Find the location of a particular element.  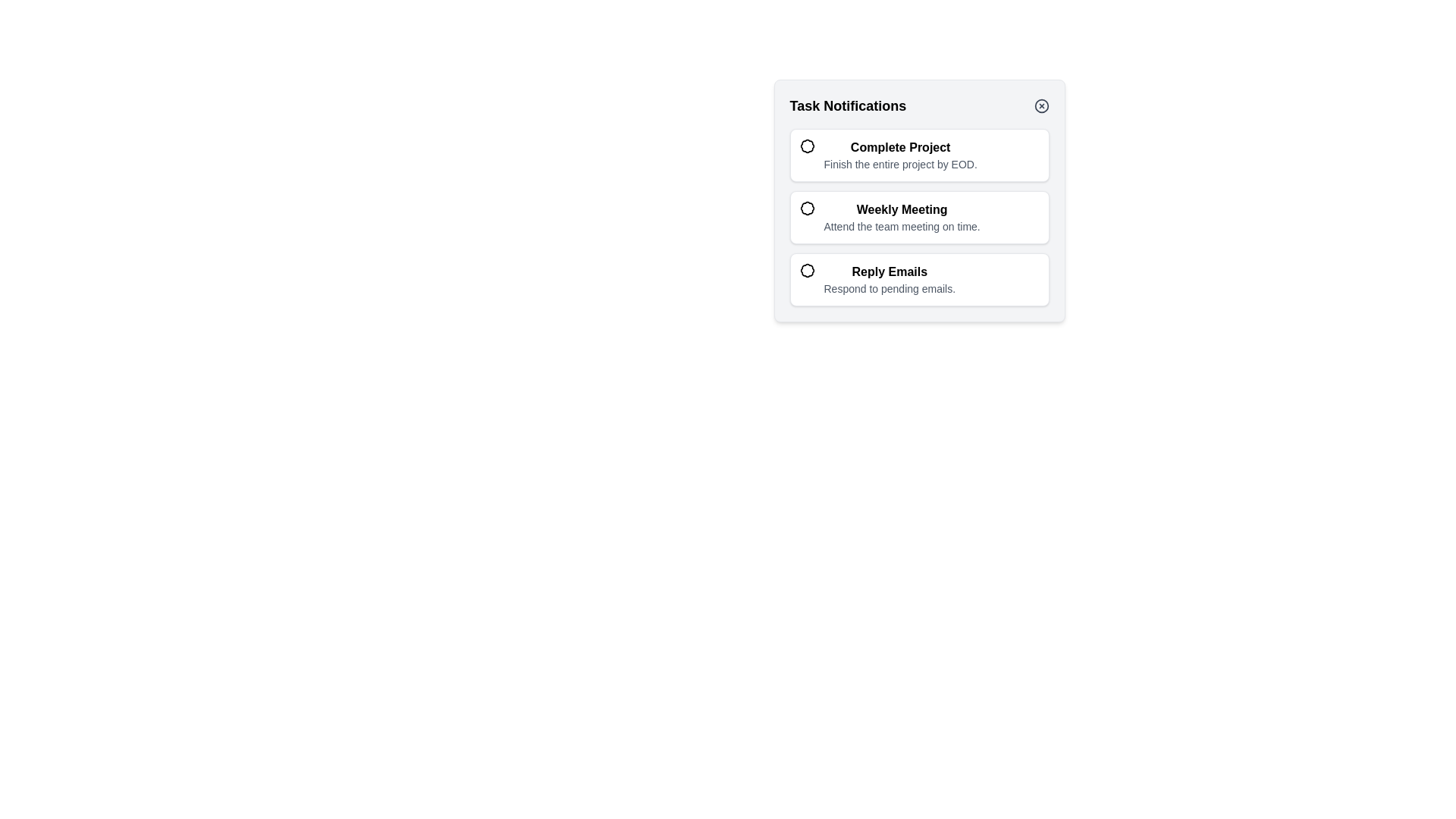

the small decorative icon resembling a badge or seal located to the left of the 'Complete Project' item in the task list is located at coordinates (806, 146).